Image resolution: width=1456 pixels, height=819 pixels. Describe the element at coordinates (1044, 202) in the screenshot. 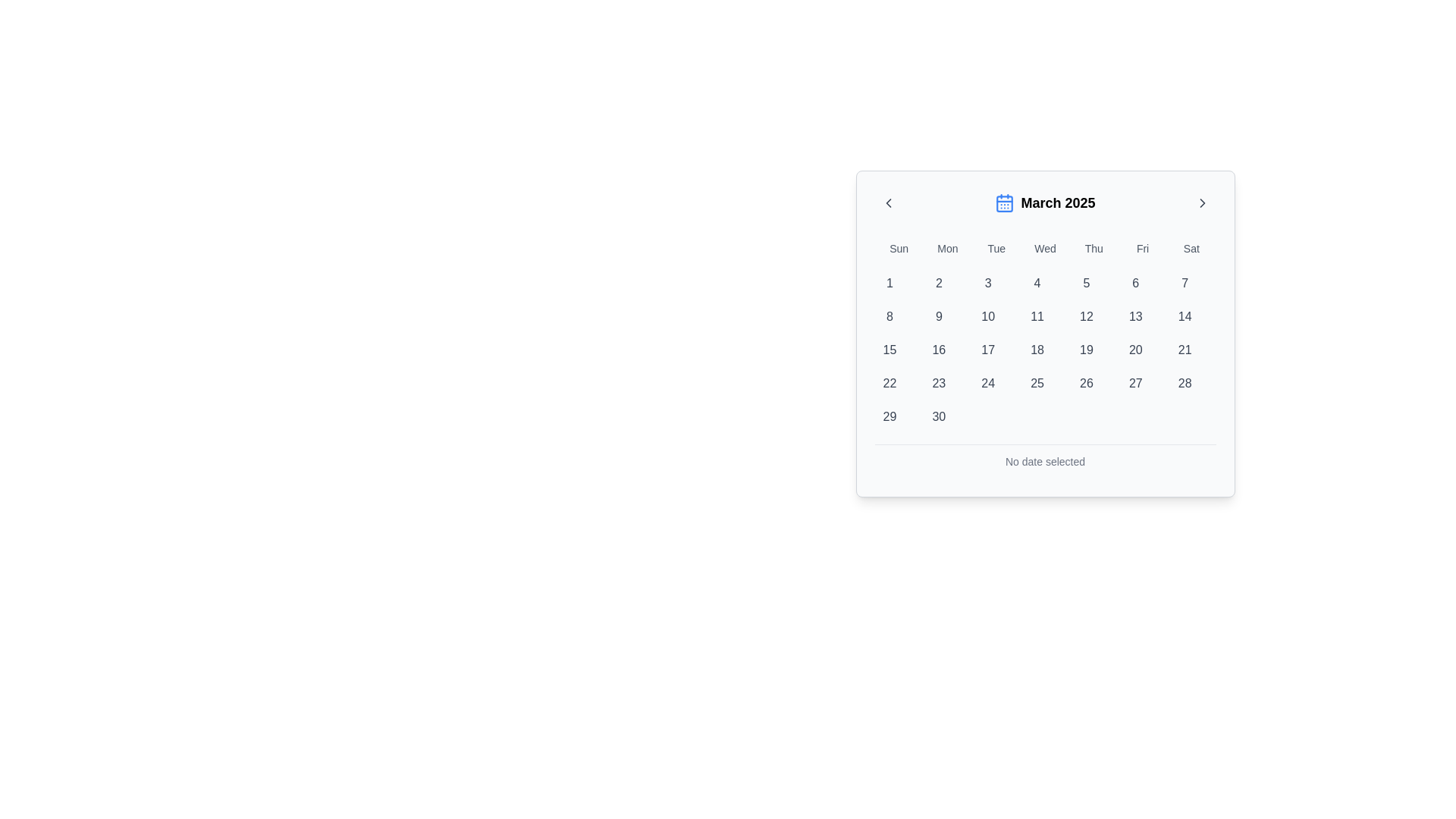

I see `the calendar icon that displays the currently selected month and year, located at the center of the calendar view` at that location.